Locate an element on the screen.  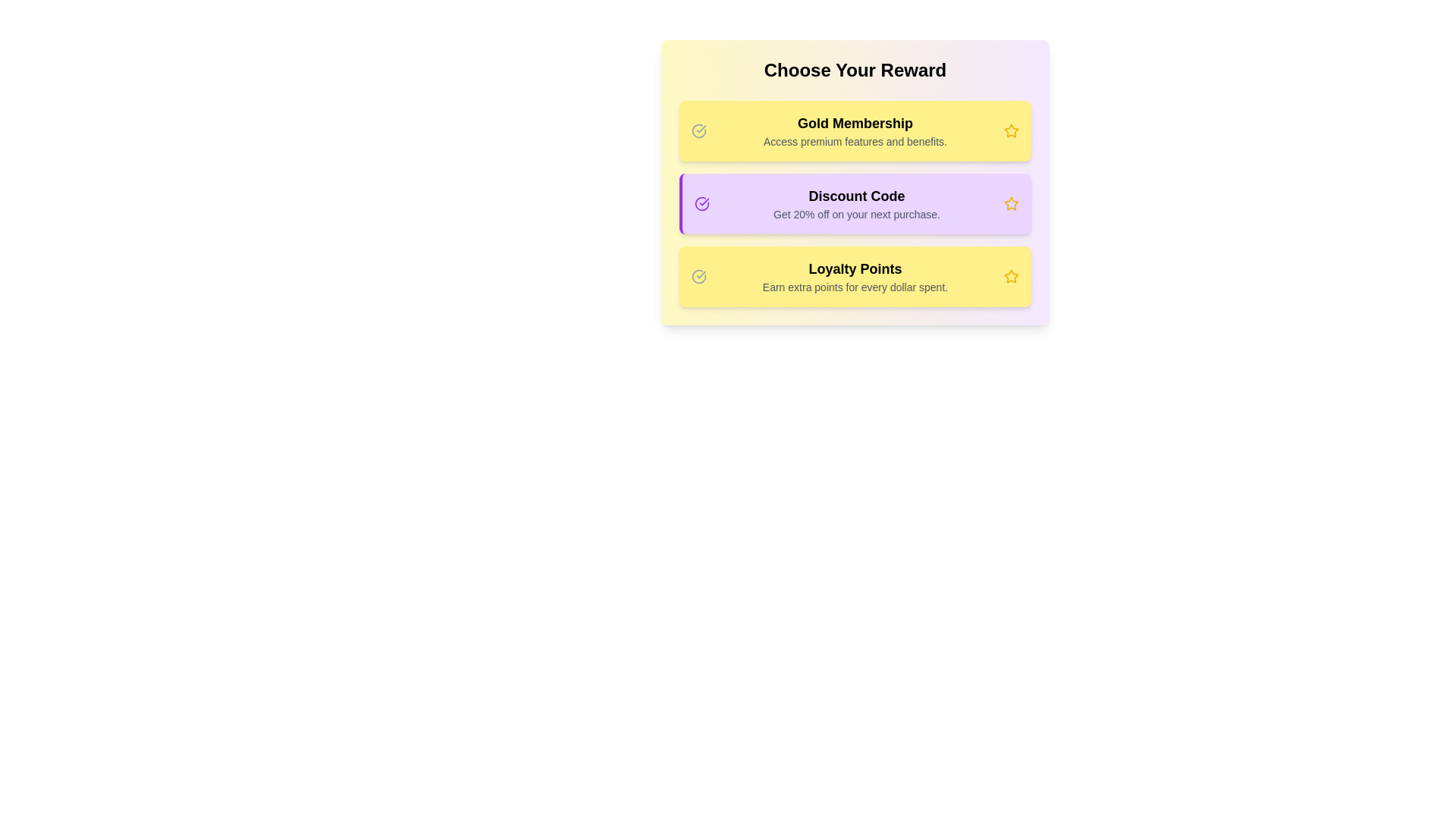
the reward description text of Gold Membership is located at coordinates (855, 130).